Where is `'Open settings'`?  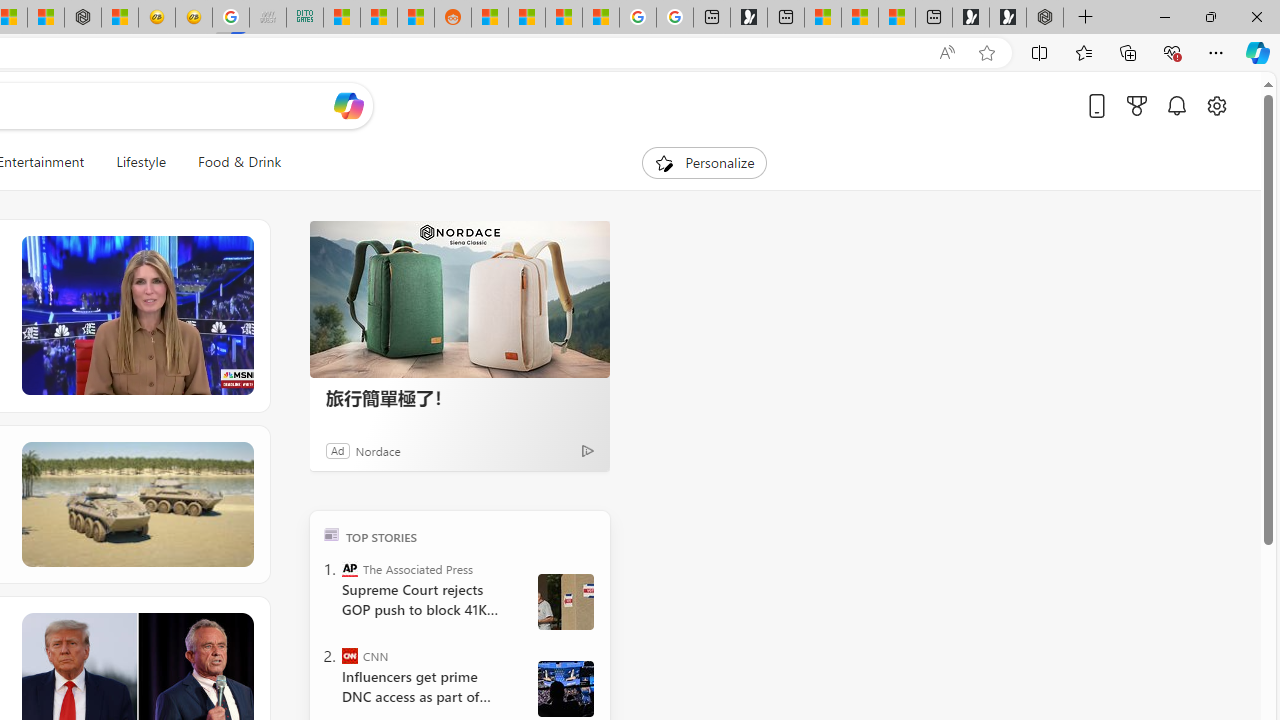 'Open settings' is located at coordinates (1215, 105).